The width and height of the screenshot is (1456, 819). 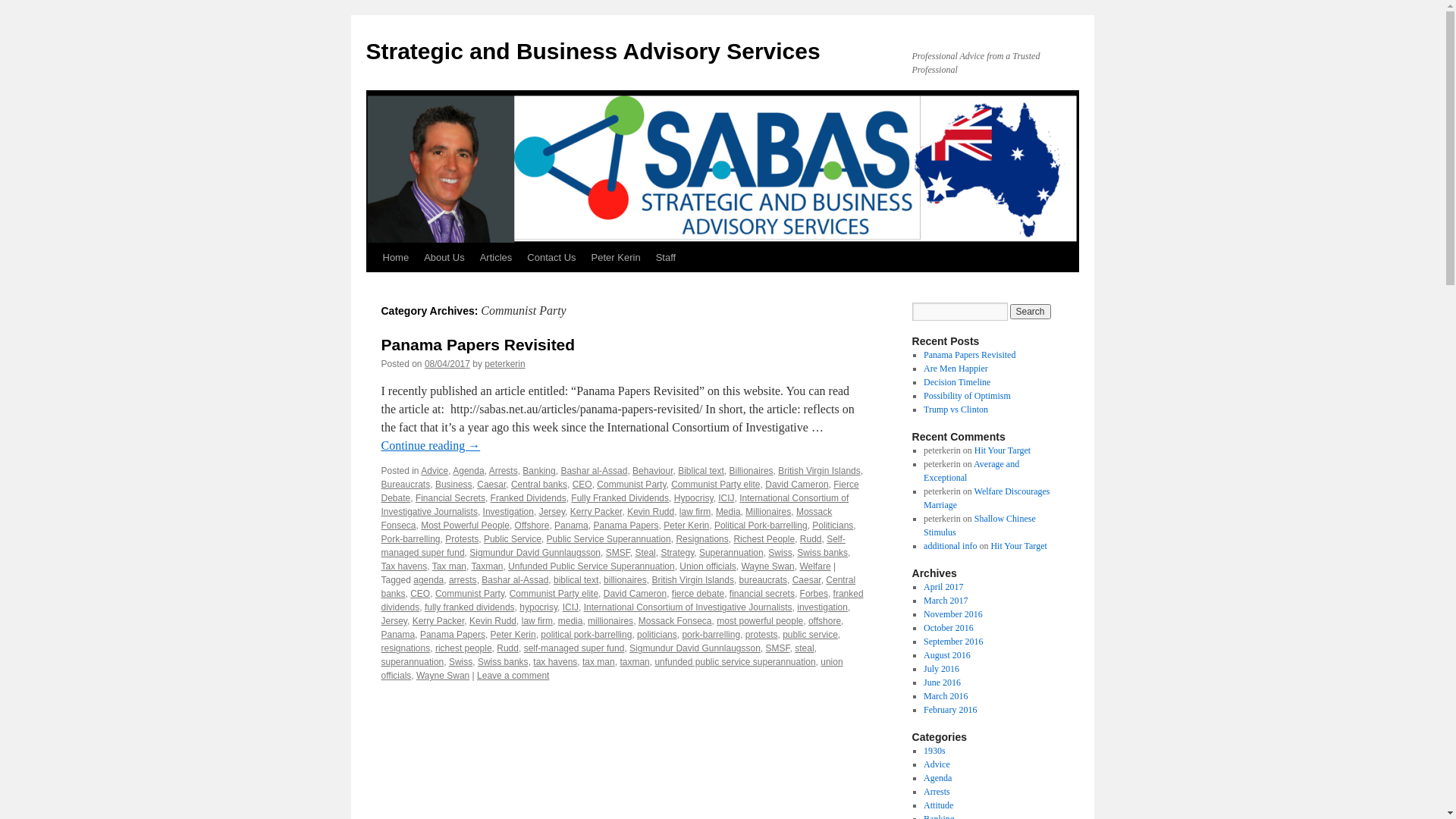 I want to click on 'Richest People', so click(x=733, y=538).